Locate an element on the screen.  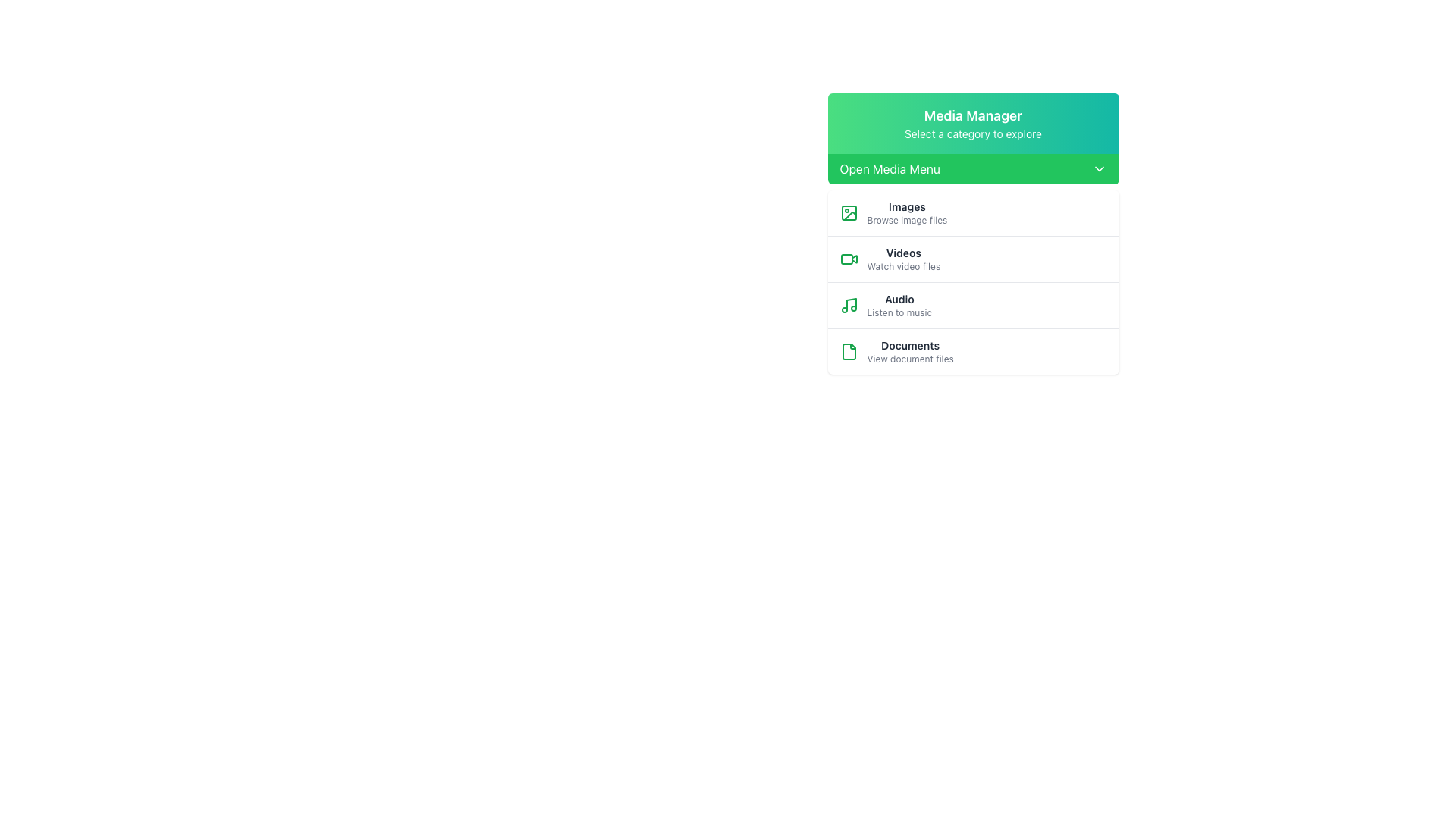
the descriptive text located under the 'Images' entry in the 'Media Manager' dropdown menu, which provides additional details about the images is located at coordinates (907, 220).